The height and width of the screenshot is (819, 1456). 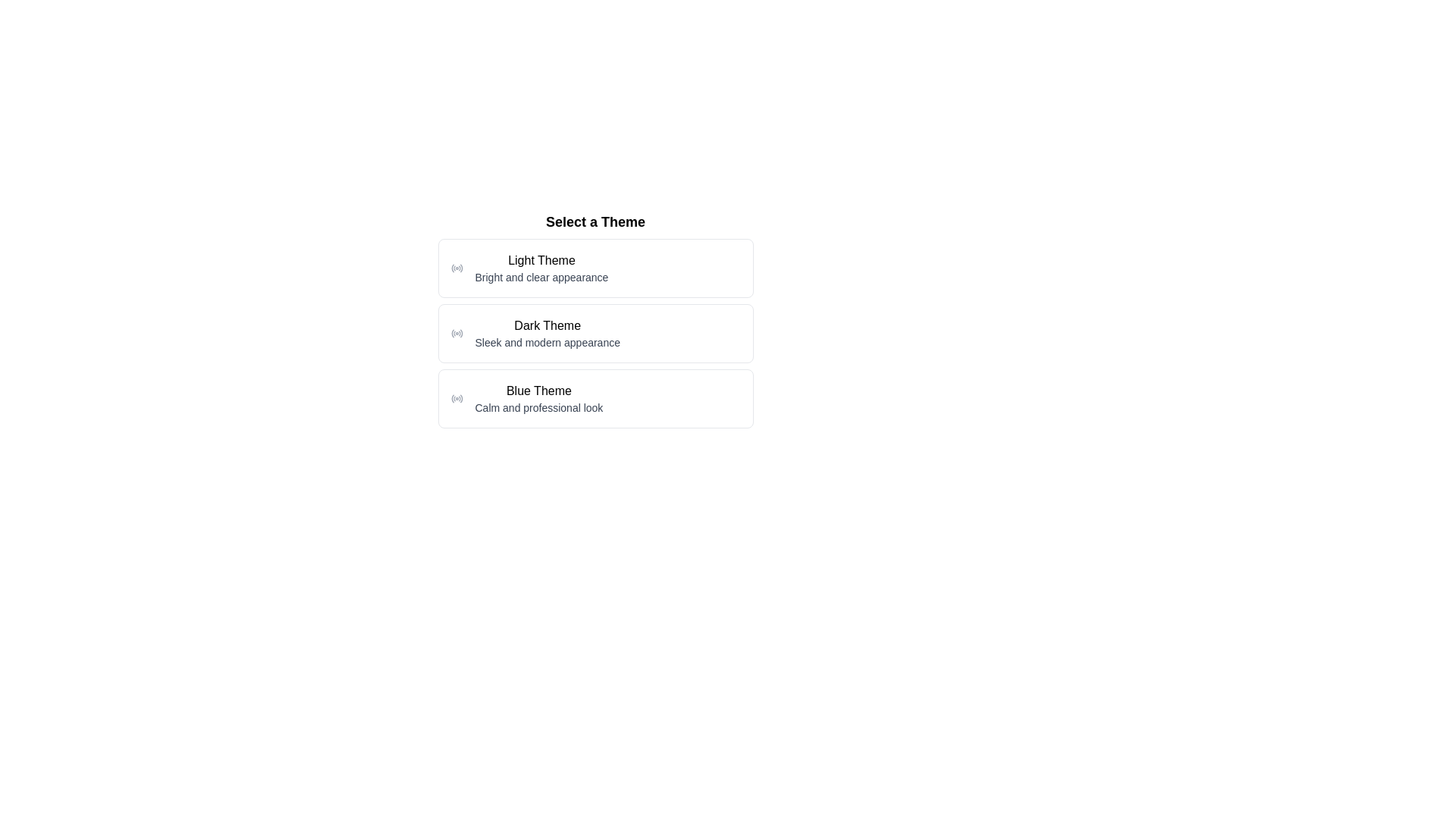 What do you see at coordinates (595, 332) in the screenshot?
I see `the second item in the theme selection list` at bounding box center [595, 332].